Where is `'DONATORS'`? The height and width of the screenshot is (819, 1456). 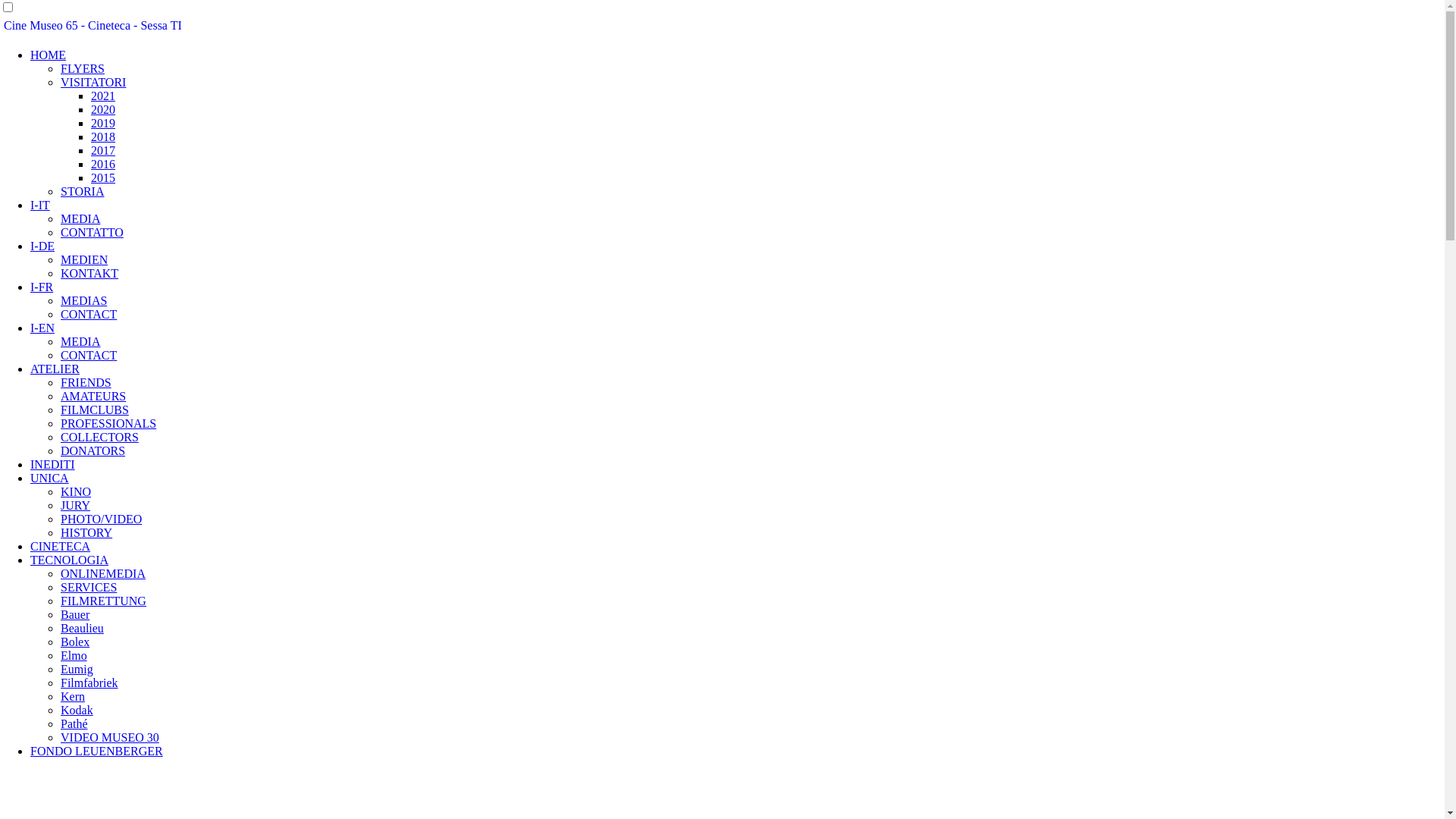 'DONATORS' is located at coordinates (92, 450).